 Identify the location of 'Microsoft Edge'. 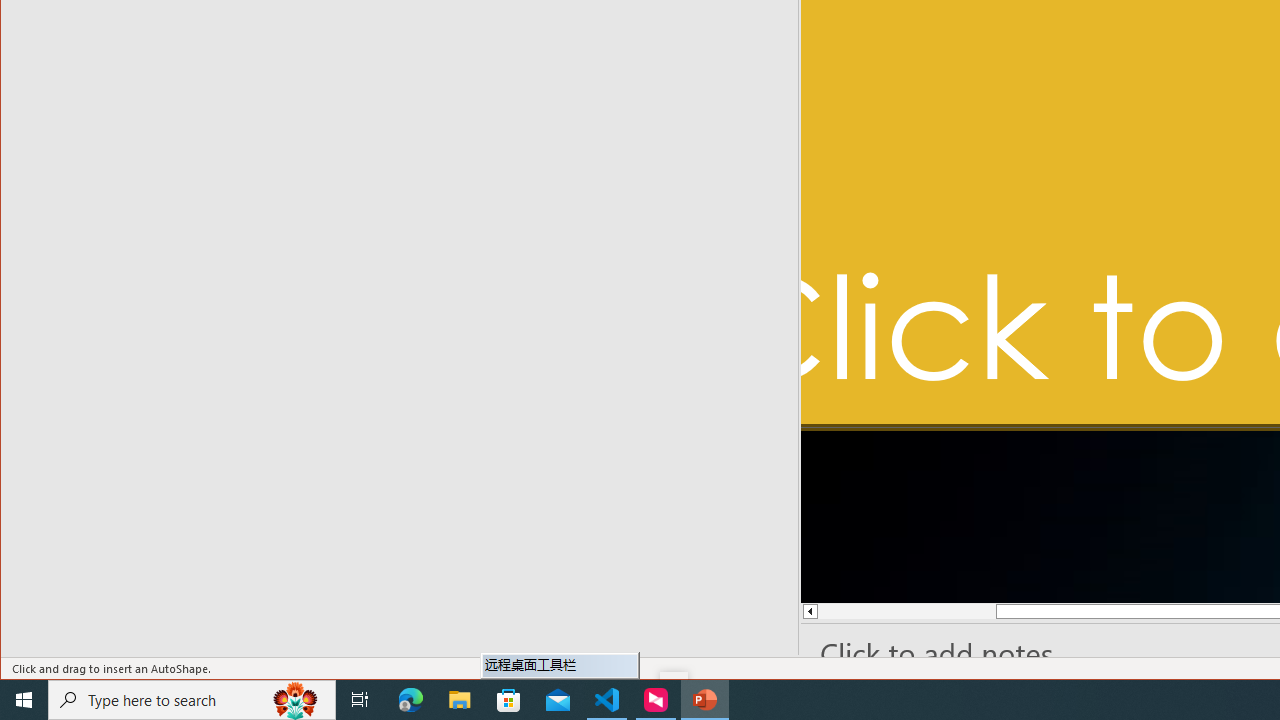
(410, 698).